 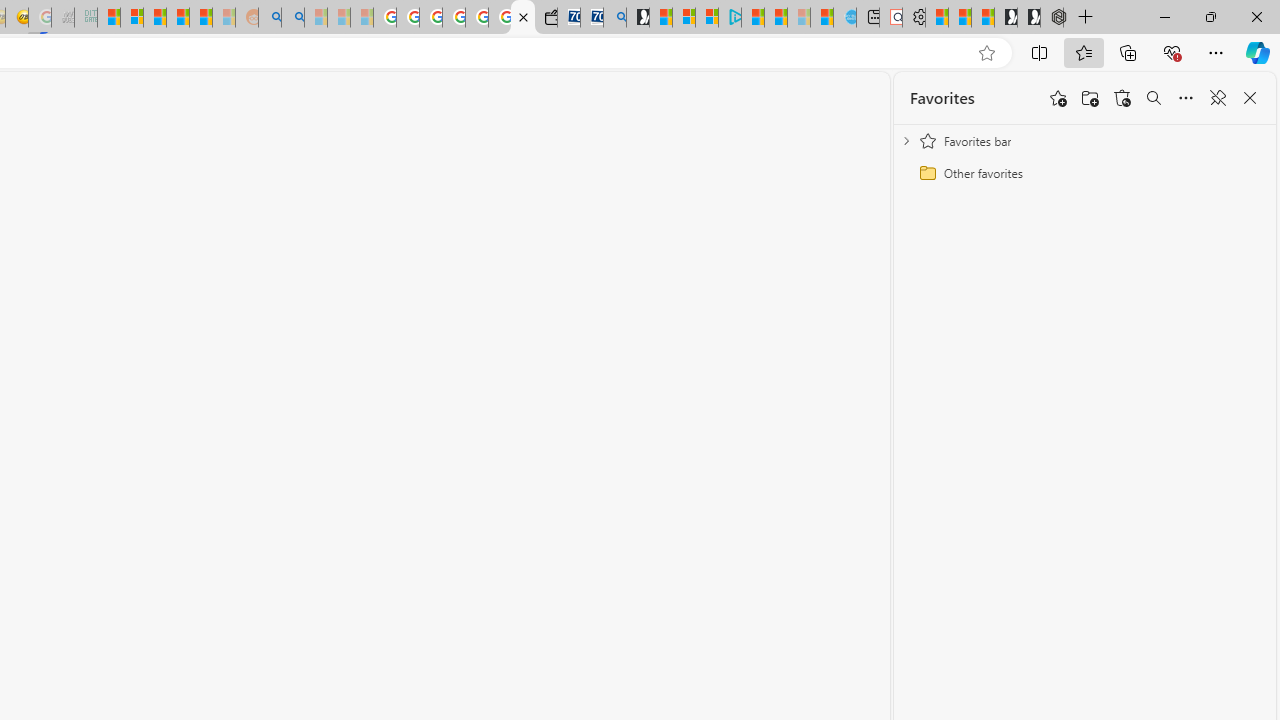 What do you see at coordinates (1088, 98) in the screenshot?
I see `'Add folder'` at bounding box center [1088, 98].